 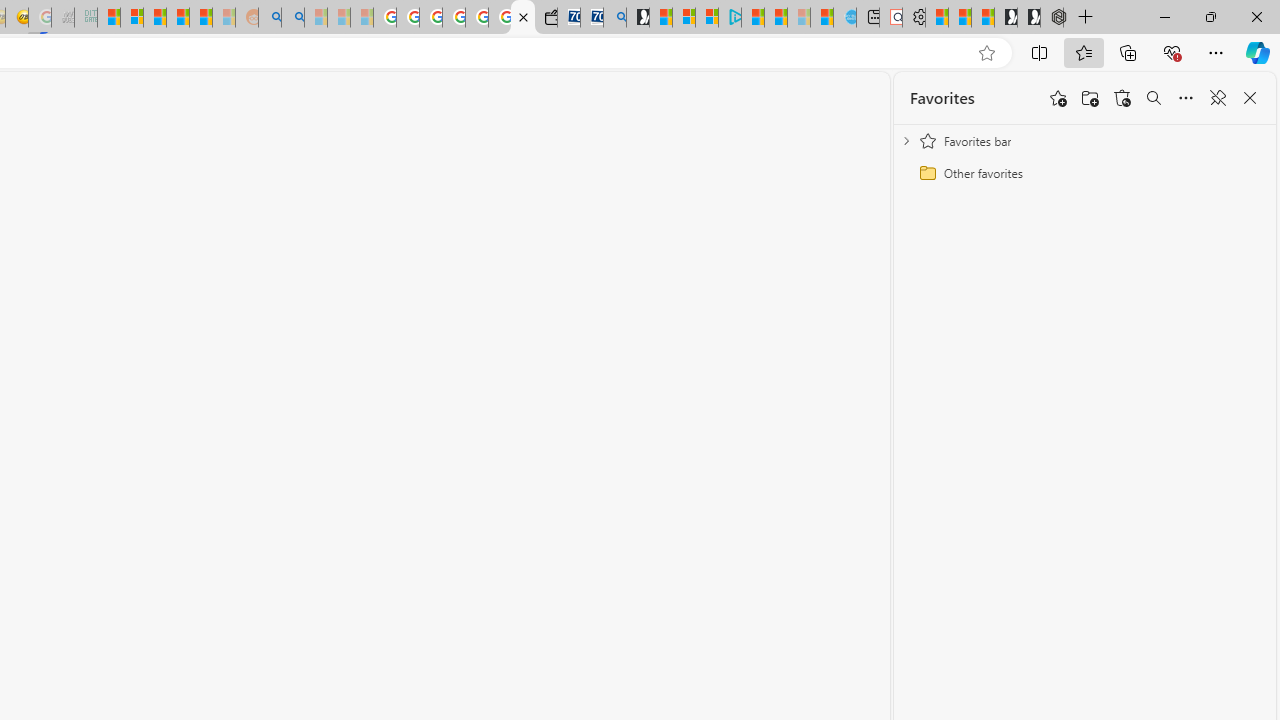 What do you see at coordinates (1088, 98) in the screenshot?
I see `'Add folder'` at bounding box center [1088, 98].